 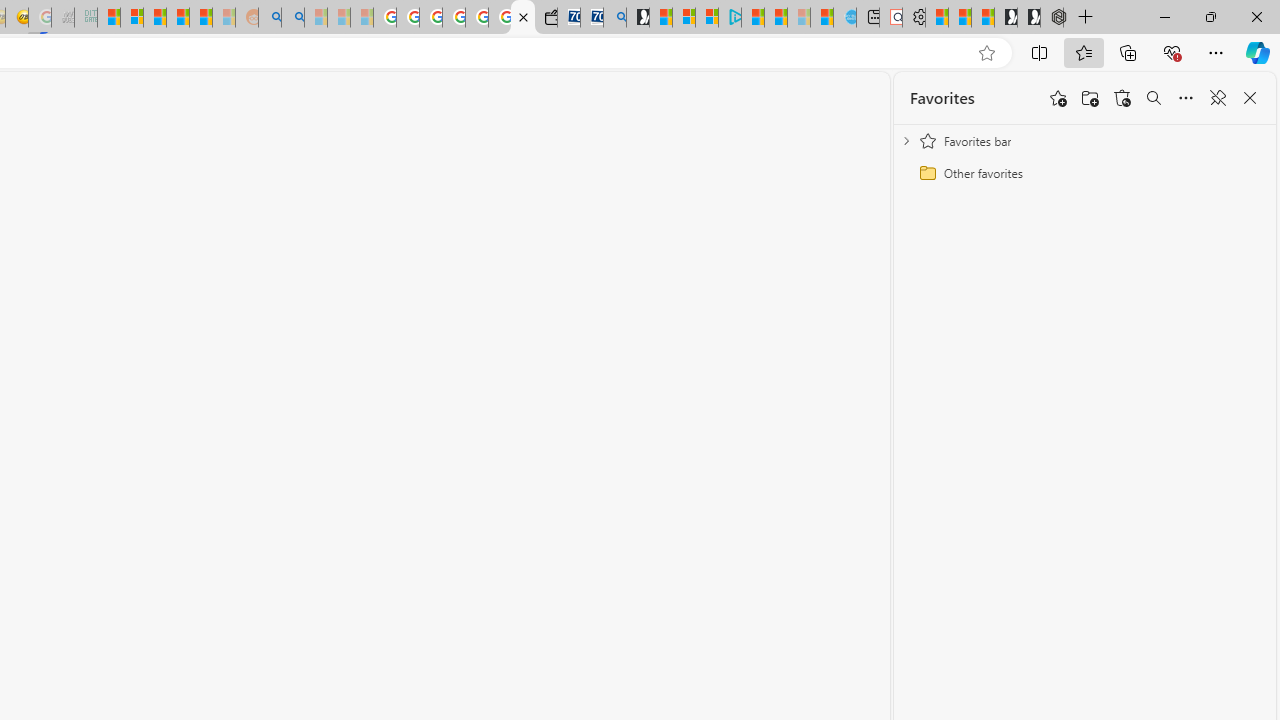 What do you see at coordinates (1088, 98) in the screenshot?
I see `'Add folder'` at bounding box center [1088, 98].